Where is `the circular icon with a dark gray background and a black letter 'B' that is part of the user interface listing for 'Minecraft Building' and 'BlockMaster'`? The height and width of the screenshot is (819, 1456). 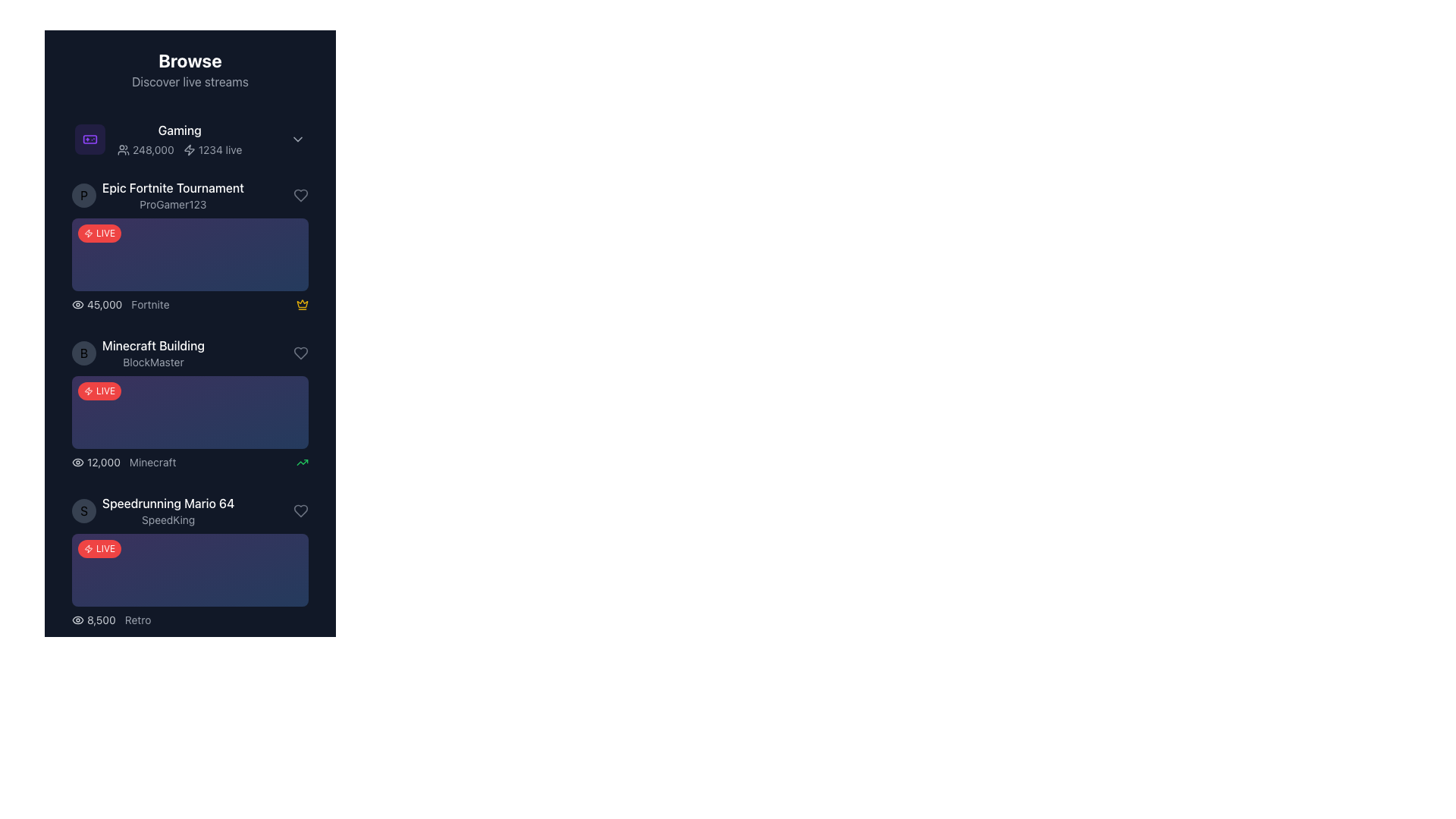 the circular icon with a dark gray background and a black letter 'B' that is part of the user interface listing for 'Minecraft Building' and 'BlockMaster' is located at coordinates (83, 353).